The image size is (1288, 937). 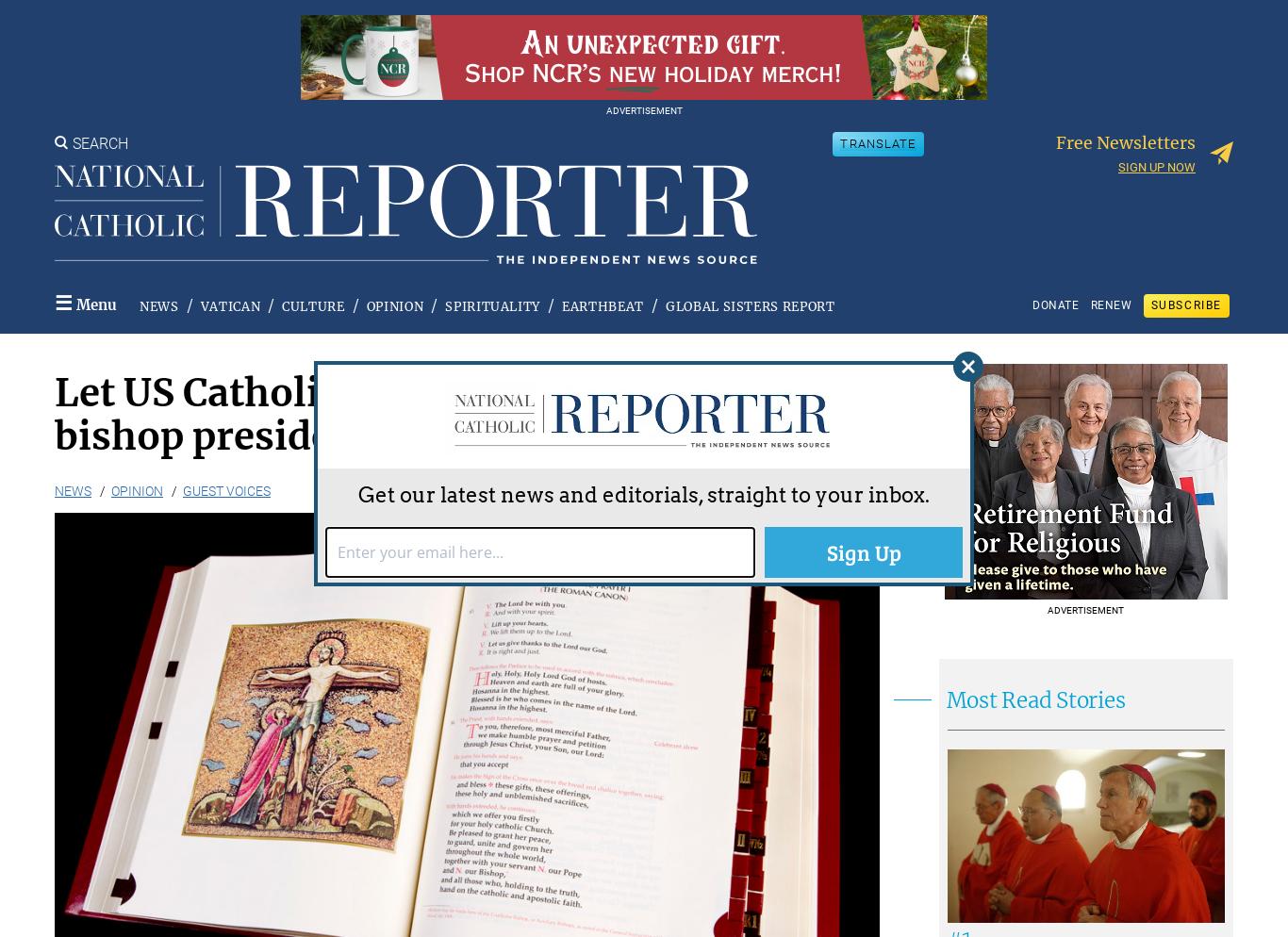 I want to click on 'News', so click(x=73, y=489).